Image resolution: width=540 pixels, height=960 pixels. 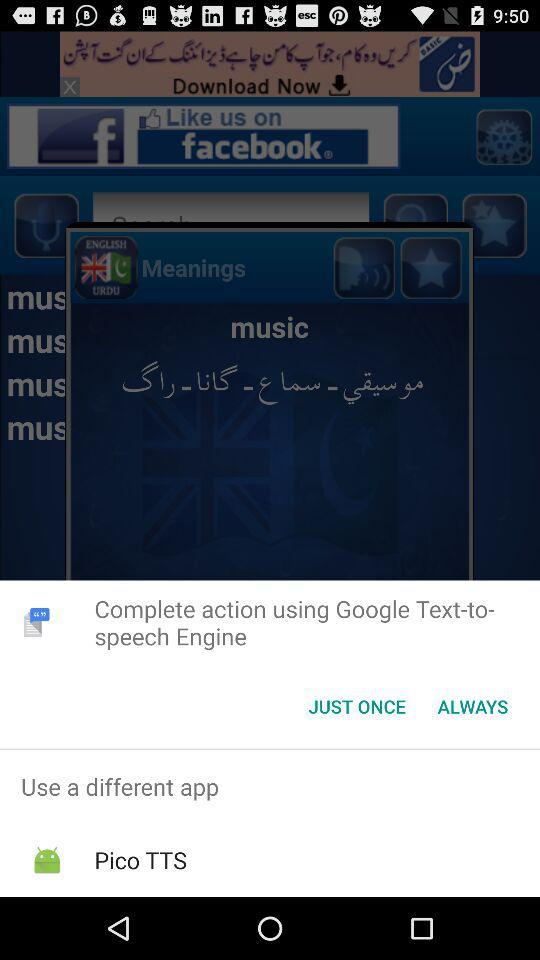 What do you see at coordinates (356, 706) in the screenshot?
I see `the just once item` at bounding box center [356, 706].